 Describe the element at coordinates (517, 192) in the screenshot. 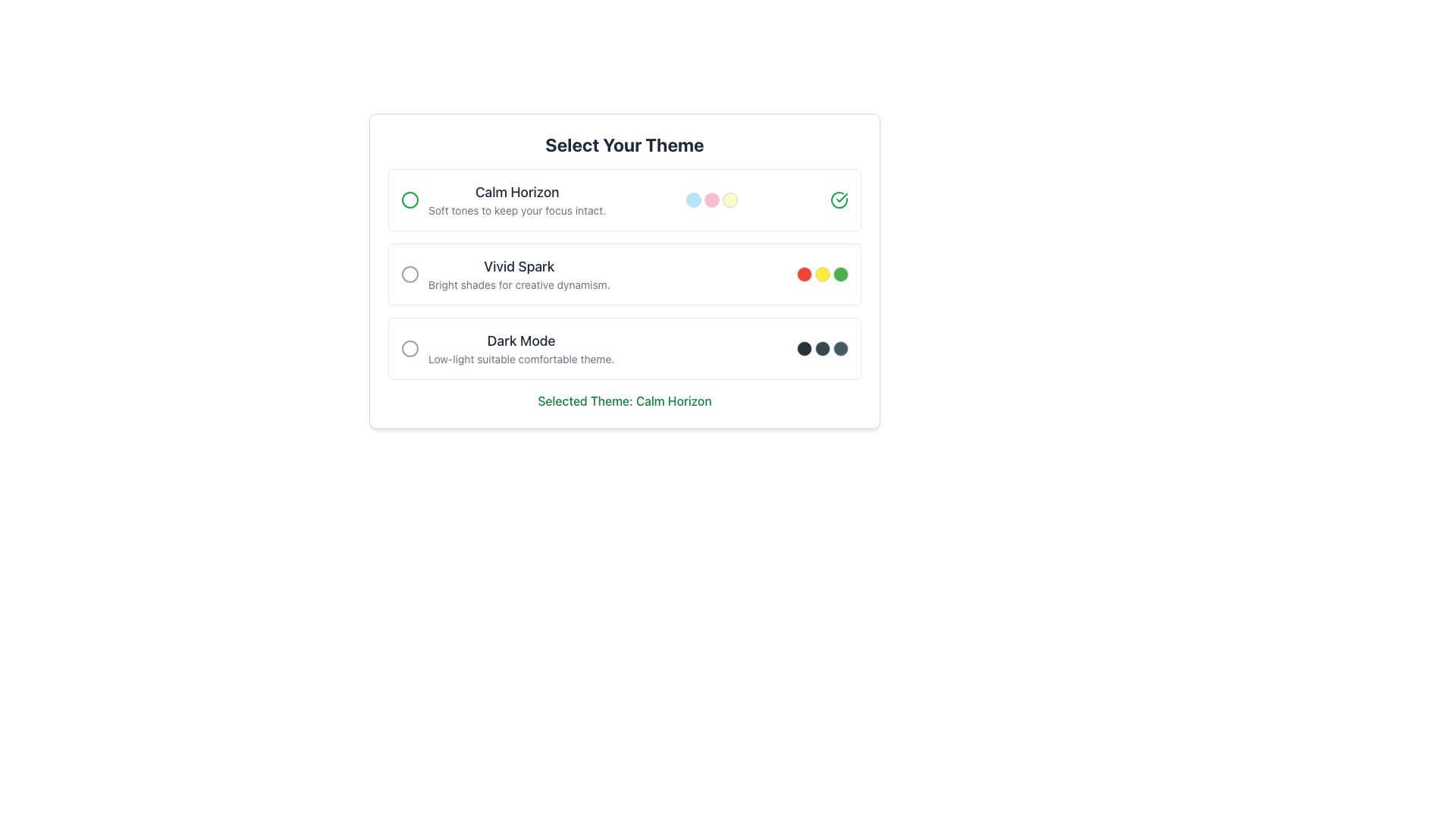

I see `text label displaying 'Calm Horizon' which is located at the top left corner of the selection card, above the descriptive text and adjacent to a green selection indicator` at that location.